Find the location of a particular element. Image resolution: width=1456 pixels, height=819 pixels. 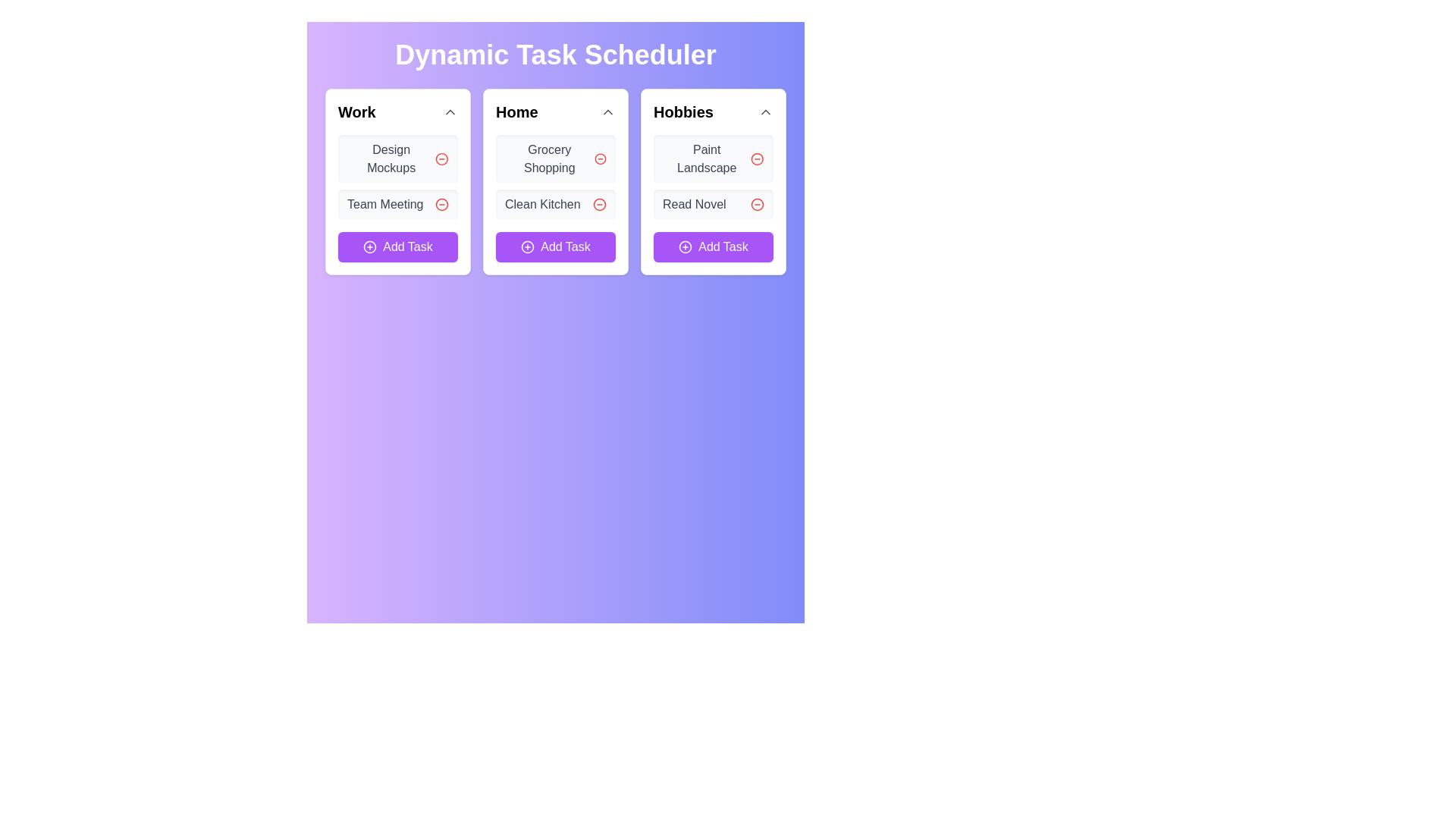

the arrow icon in the top-right corner of the 'Work' card header is located at coordinates (450, 111).